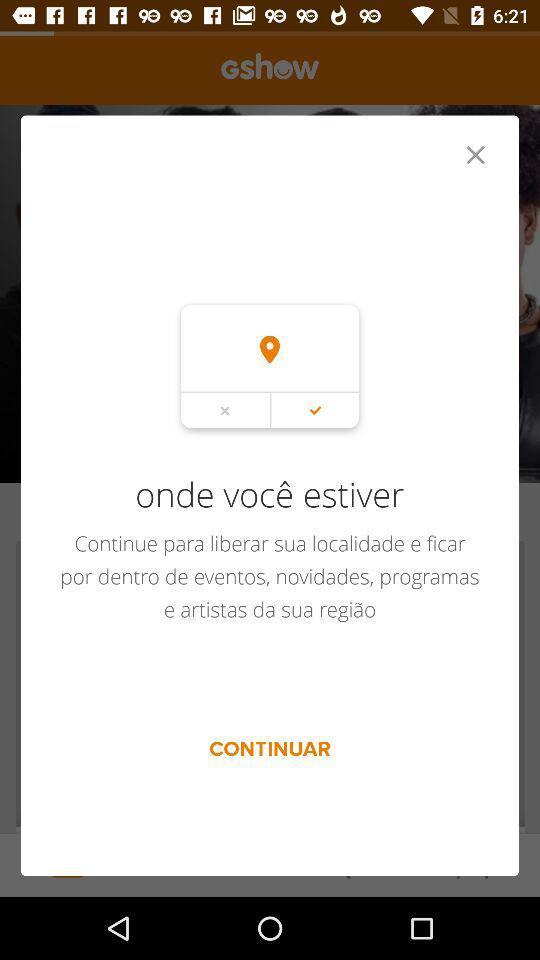 This screenshot has width=540, height=960. Describe the element at coordinates (474, 154) in the screenshot. I see `item at the top right corner` at that location.